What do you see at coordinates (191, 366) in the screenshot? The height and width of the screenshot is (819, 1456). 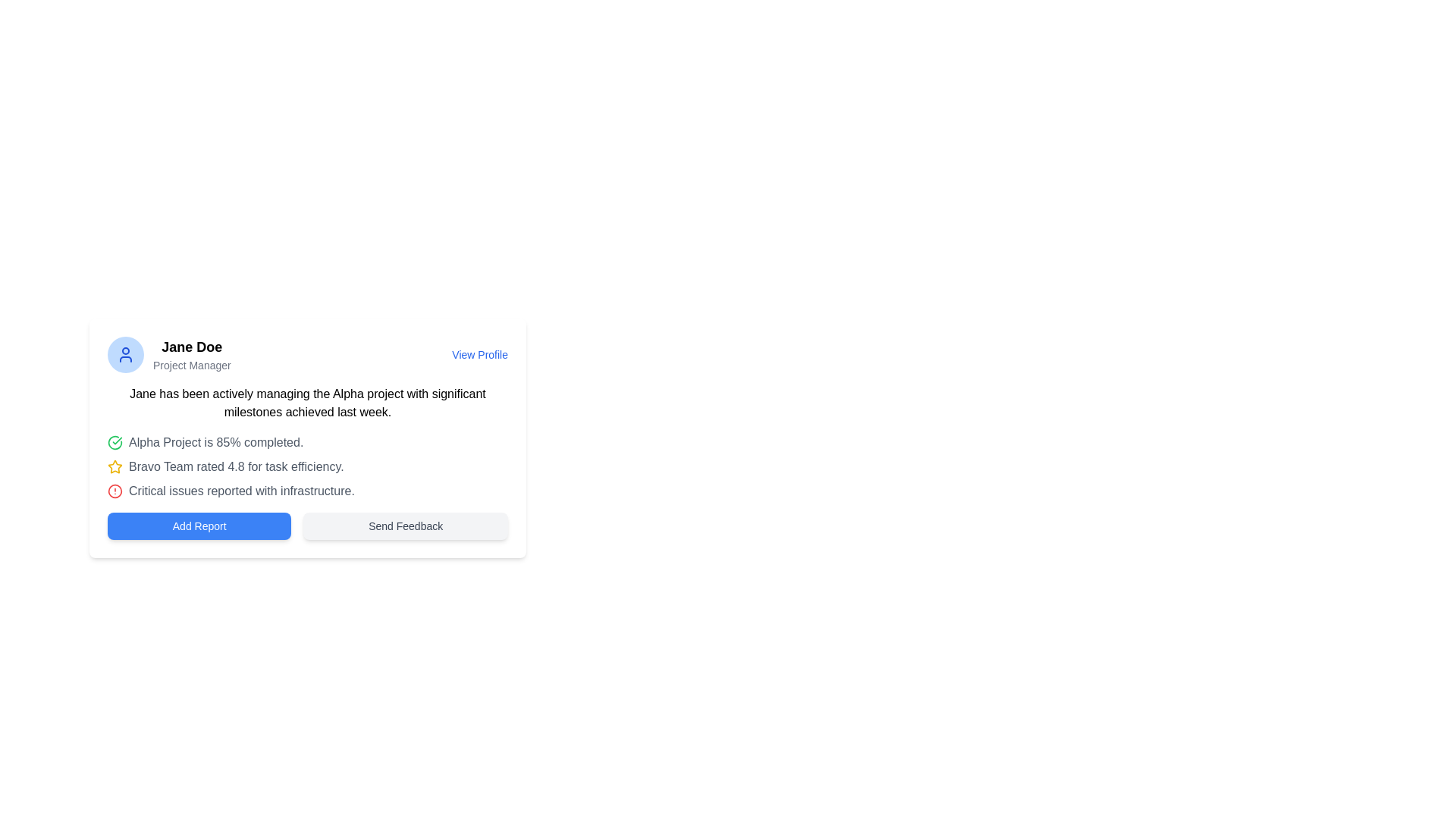 I see `the static text that serves as a descriptive label for the job title of the individual named 'Jane Doe', positioned directly below the name text within a card-like layout` at bounding box center [191, 366].